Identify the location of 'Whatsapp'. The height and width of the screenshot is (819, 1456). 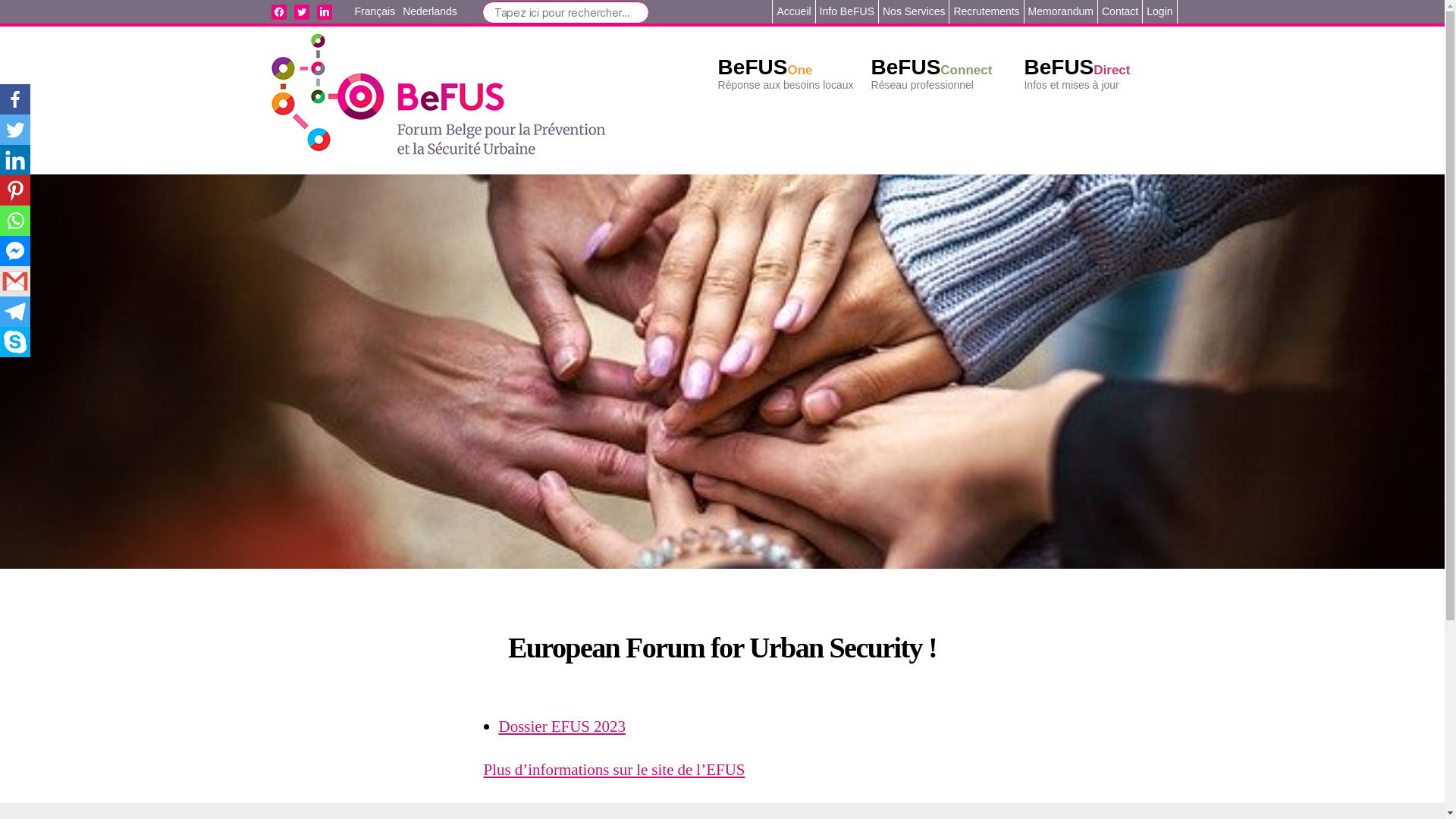
(14, 220).